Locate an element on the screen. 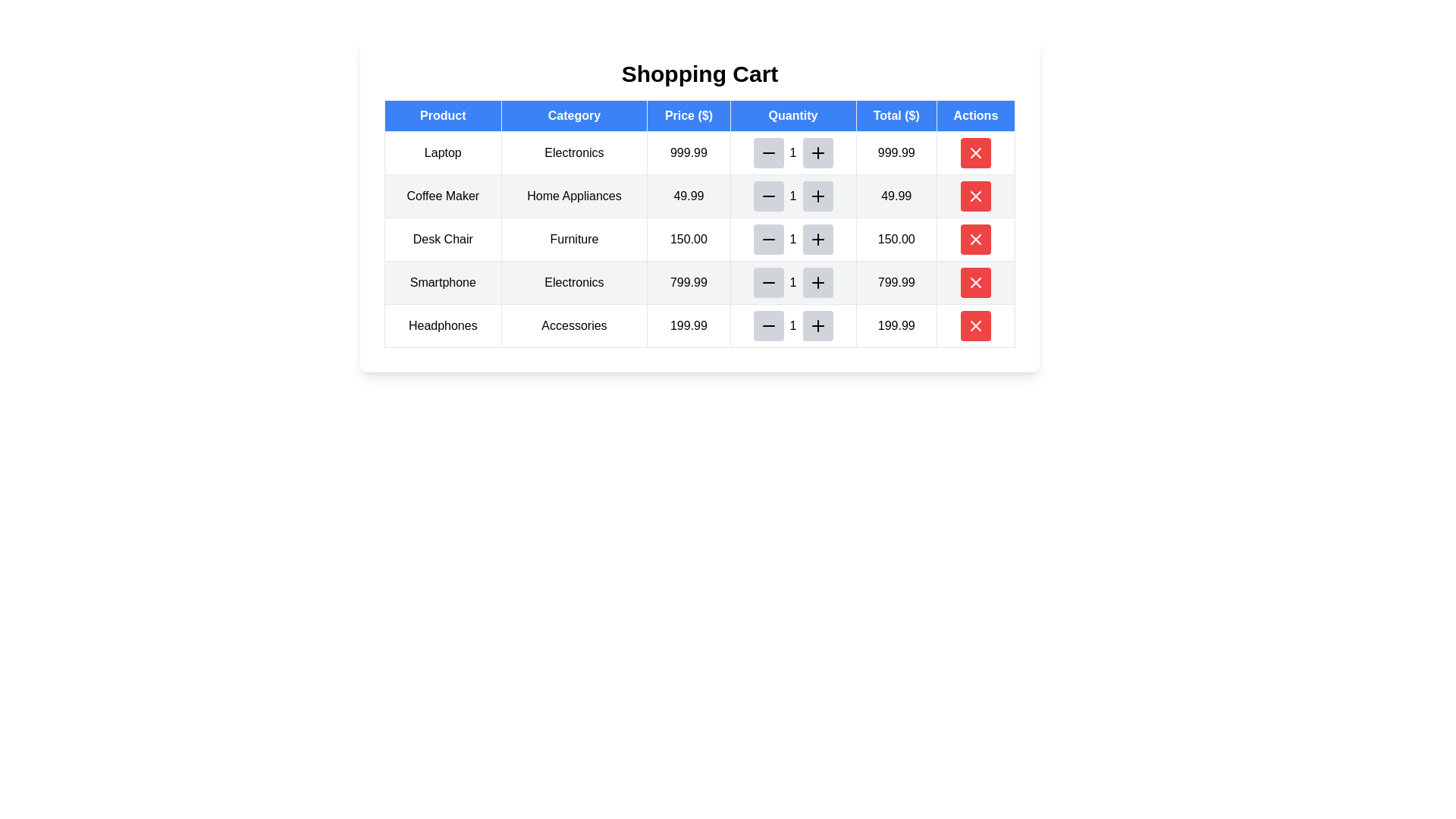 Image resolution: width=1456 pixels, height=819 pixels. the 'X' icon on the red circular button in the 'Actions' column, fourth row is located at coordinates (975, 239).